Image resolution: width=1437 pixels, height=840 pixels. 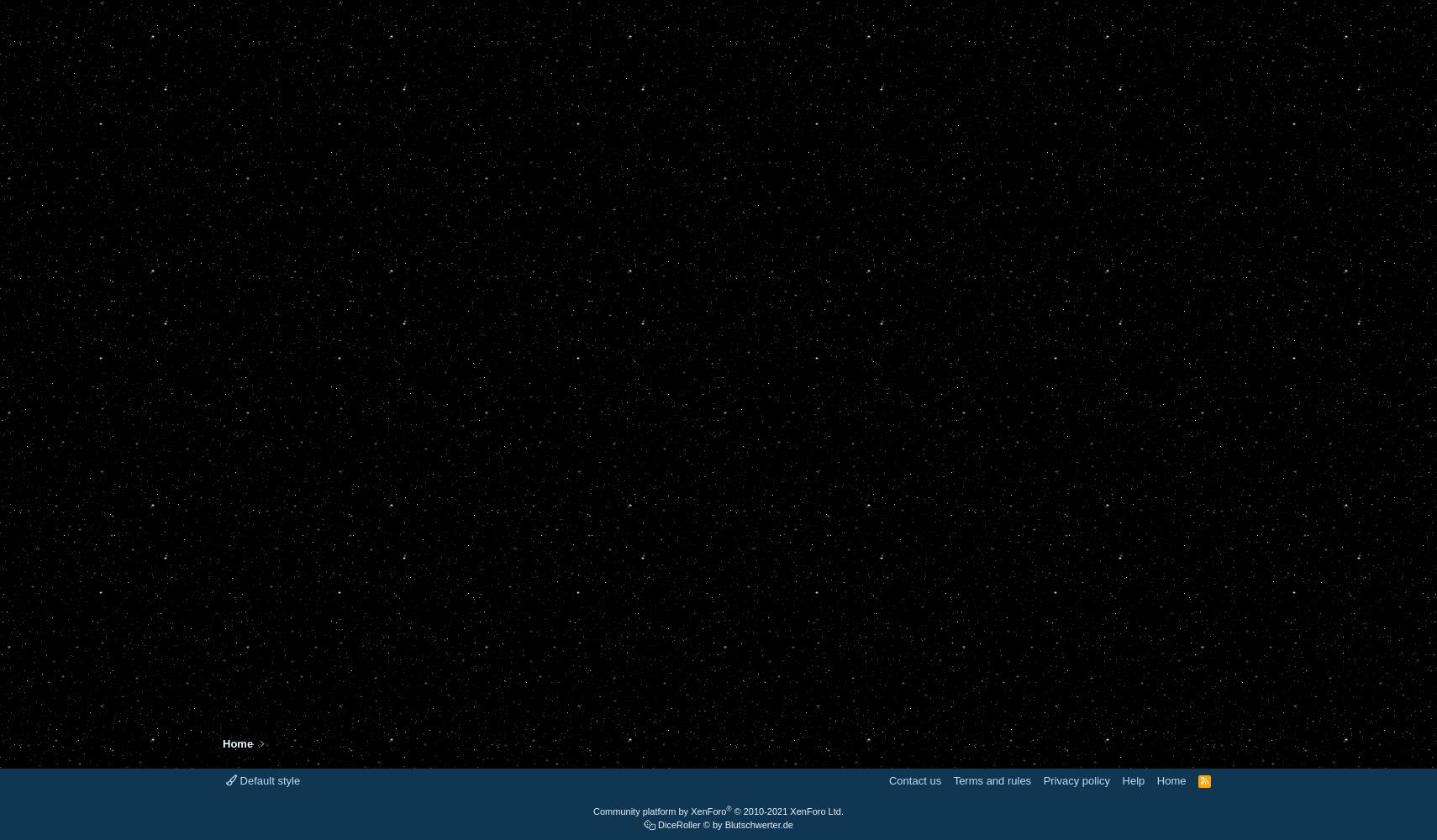 What do you see at coordinates (991, 780) in the screenshot?
I see `'Terms and rules'` at bounding box center [991, 780].